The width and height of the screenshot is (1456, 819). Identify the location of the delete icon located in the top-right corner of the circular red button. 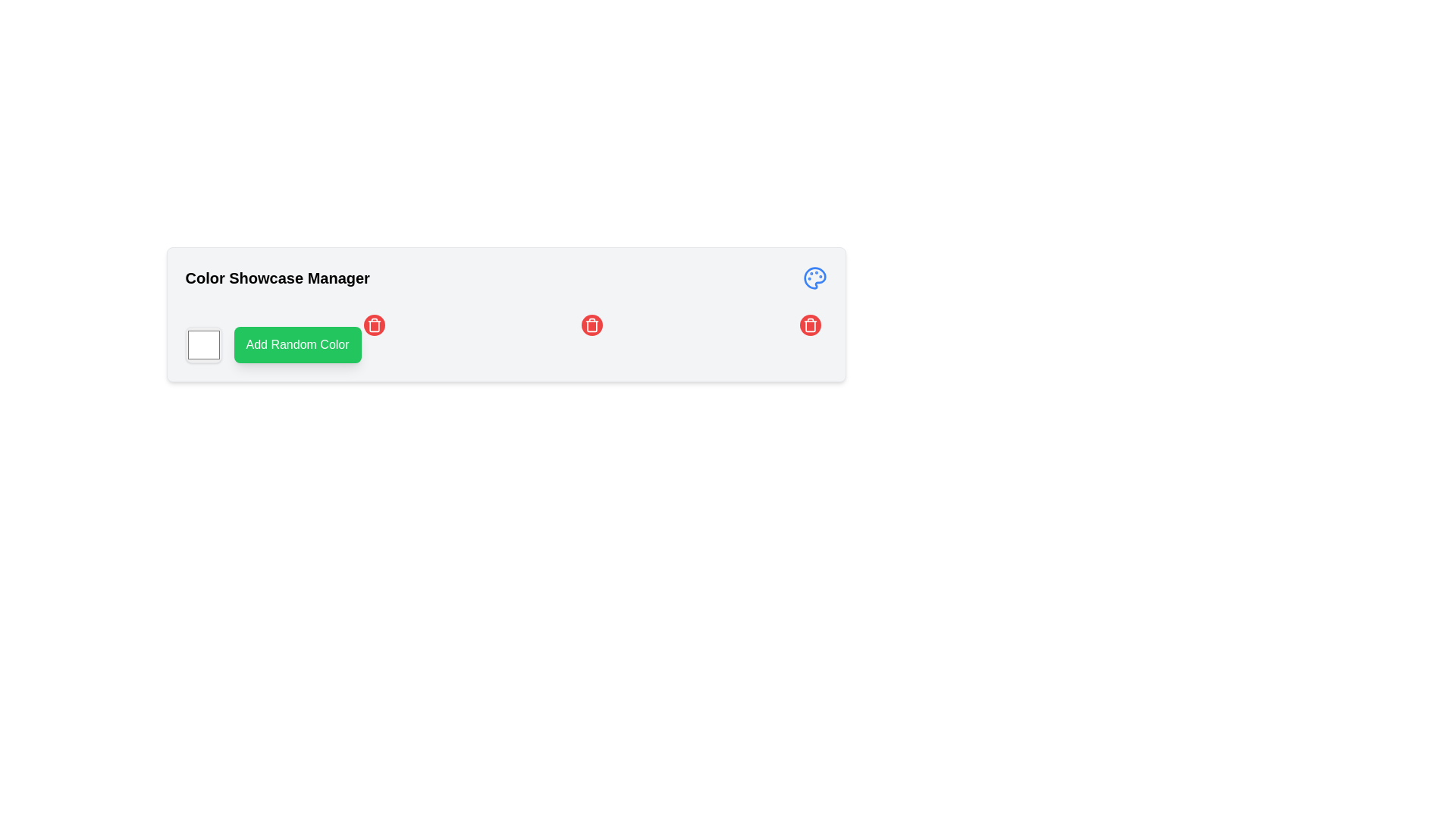
(809, 324).